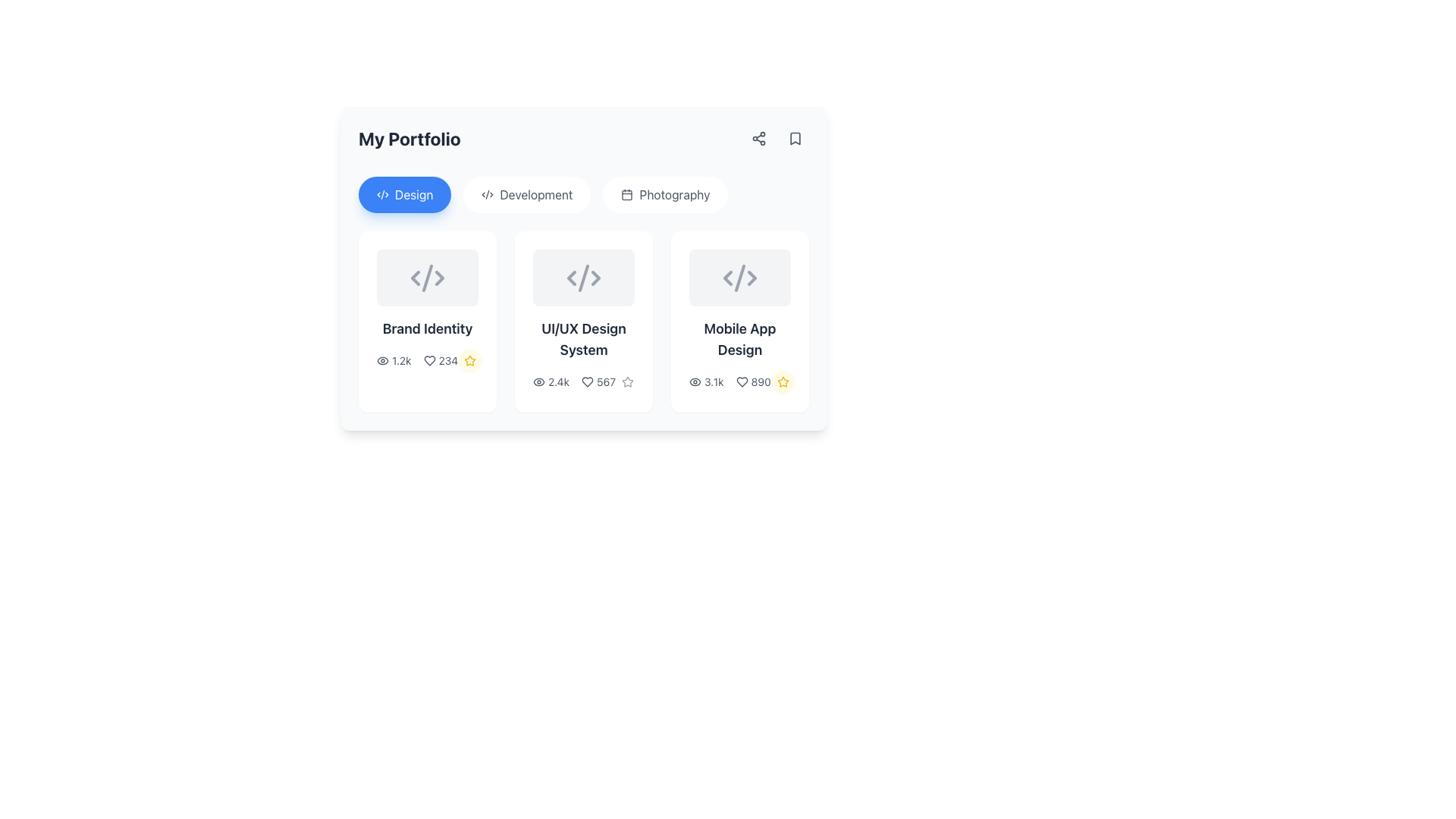  I want to click on the icon representing a coding-related concept located in the center of the 'UI/UX Design System' card, so click(582, 278).